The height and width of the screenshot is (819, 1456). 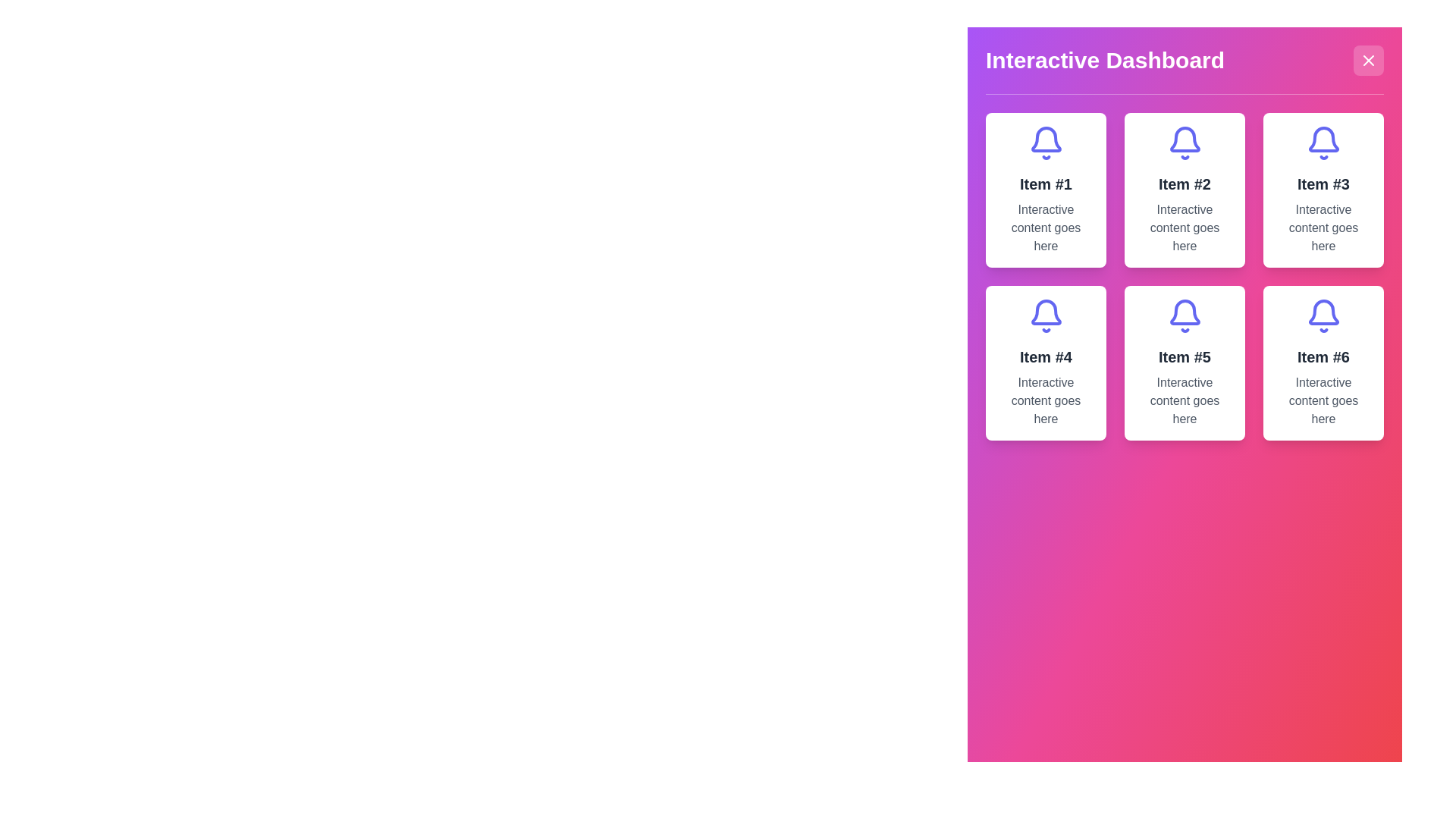 What do you see at coordinates (1045, 227) in the screenshot?
I see `the text block that contains the text 'Interactive content goes here', styled with a gray font color and located within the card labeled 'Item #1', positioned below the title text and the bell icon` at bounding box center [1045, 227].